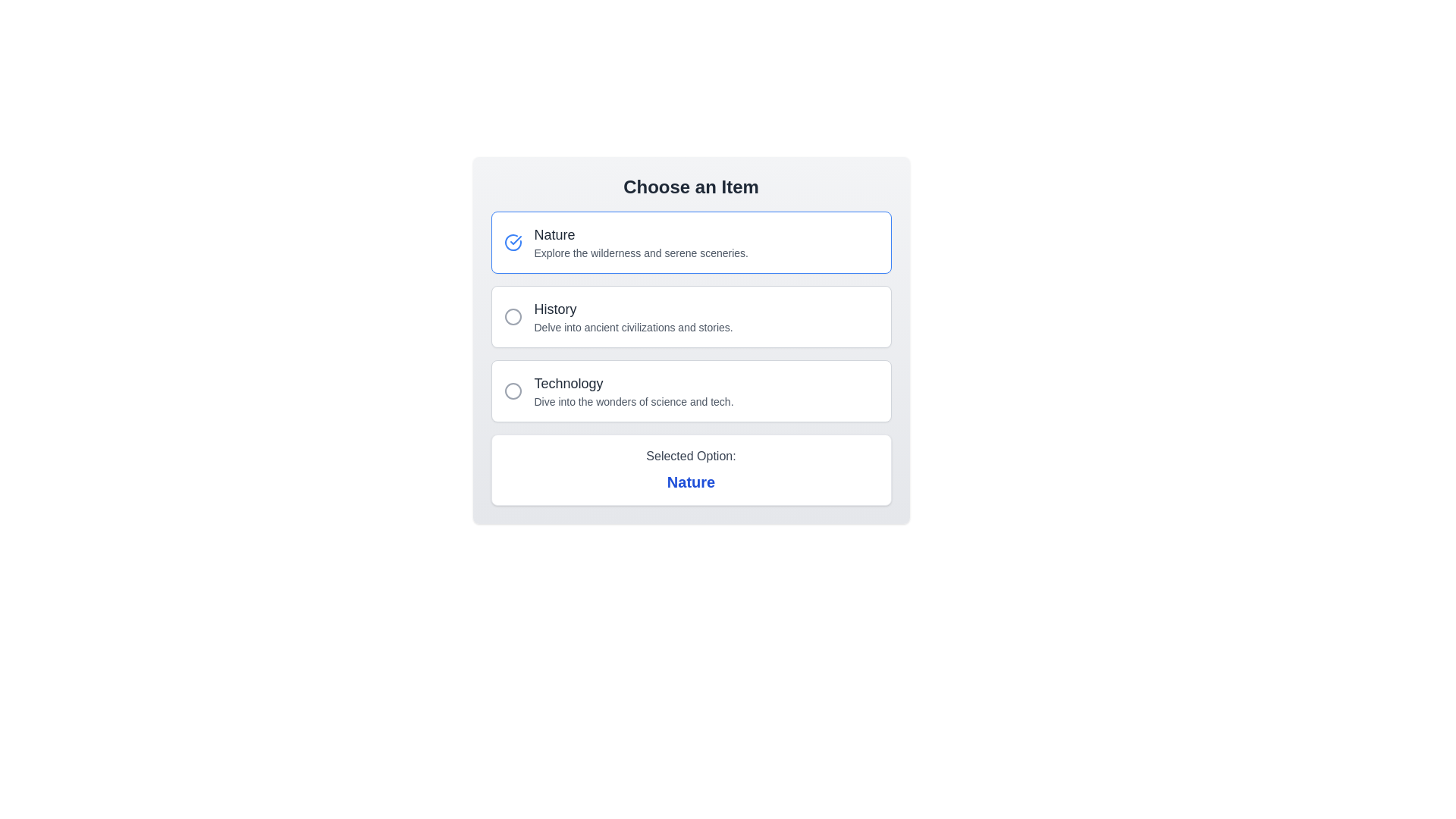 The height and width of the screenshot is (819, 1456). Describe the element at coordinates (513, 242) in the screenshot. I see `the visual indicator icon that denotes the 'Nature' option is currently selected` at that location.